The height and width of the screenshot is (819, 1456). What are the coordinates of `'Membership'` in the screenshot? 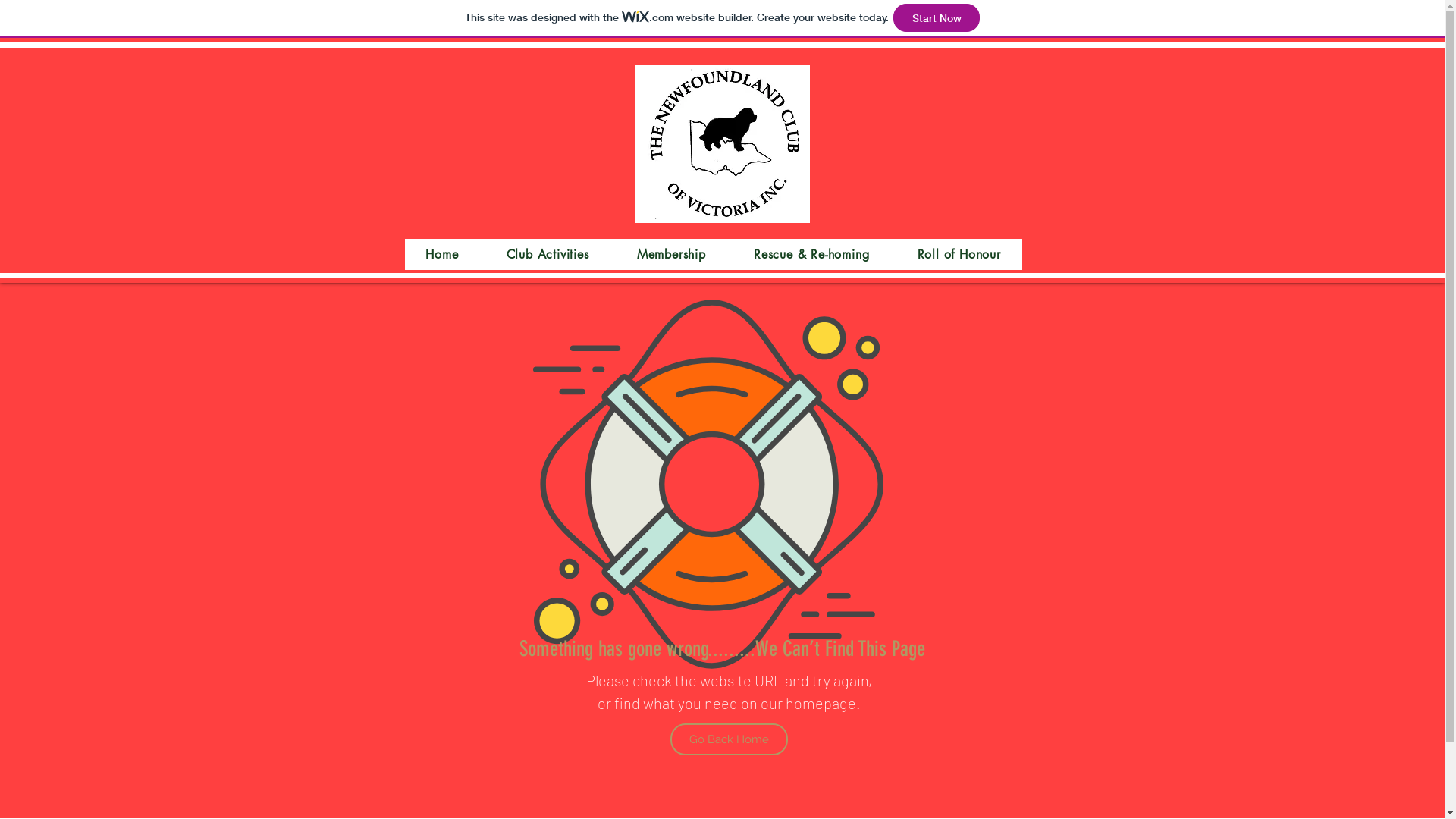 It's located at (615, 253).